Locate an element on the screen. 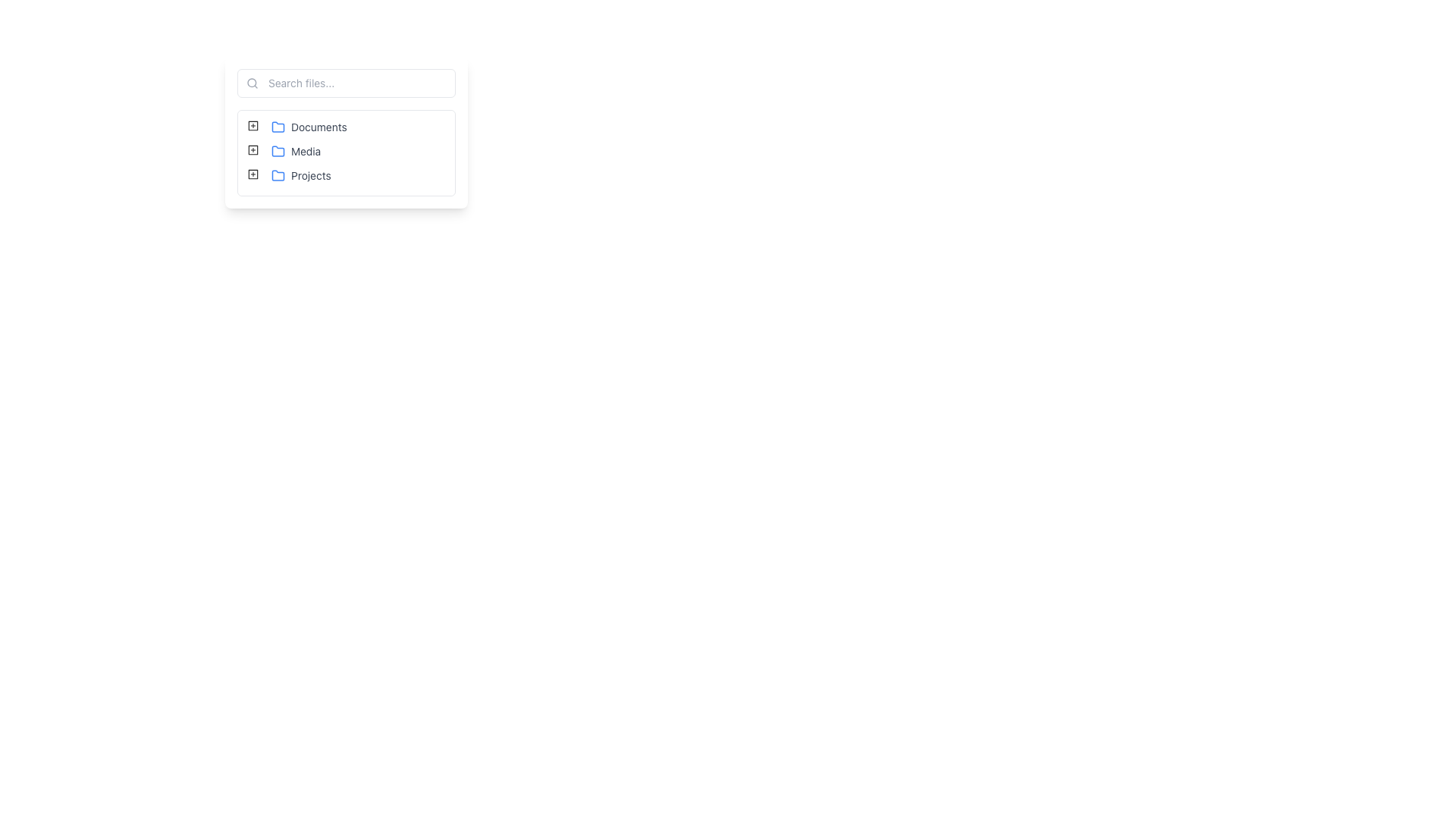 The height and width of the screenshot is (819, 1456). the folder icon representing 'Documents', which is the first icon in the list aligned horizontally with the text 'Documents' is located at coordinates (278, 127).